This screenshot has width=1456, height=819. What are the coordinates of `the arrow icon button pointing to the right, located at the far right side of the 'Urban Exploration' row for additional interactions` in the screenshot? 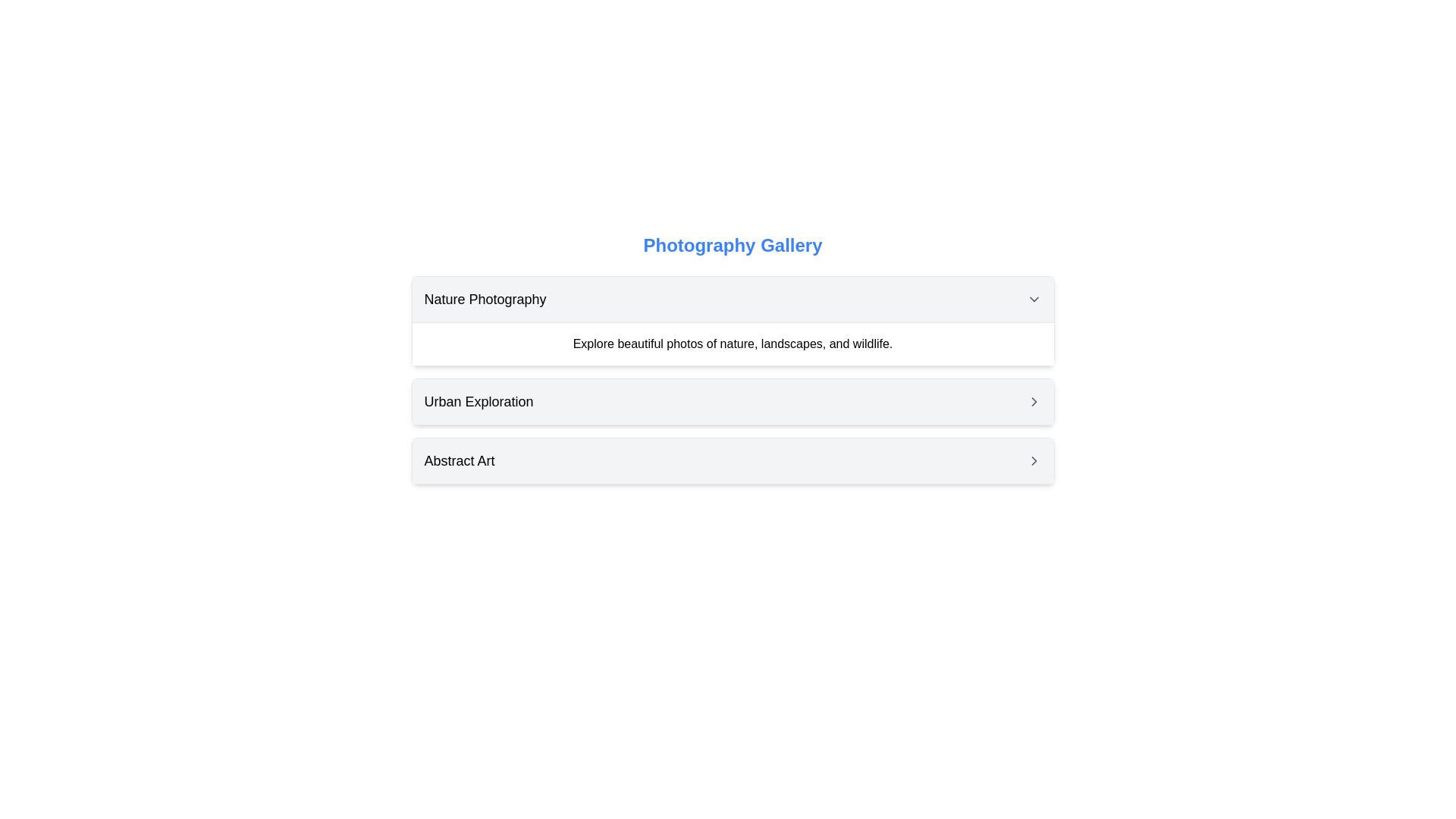 It's located at (1033, 400).